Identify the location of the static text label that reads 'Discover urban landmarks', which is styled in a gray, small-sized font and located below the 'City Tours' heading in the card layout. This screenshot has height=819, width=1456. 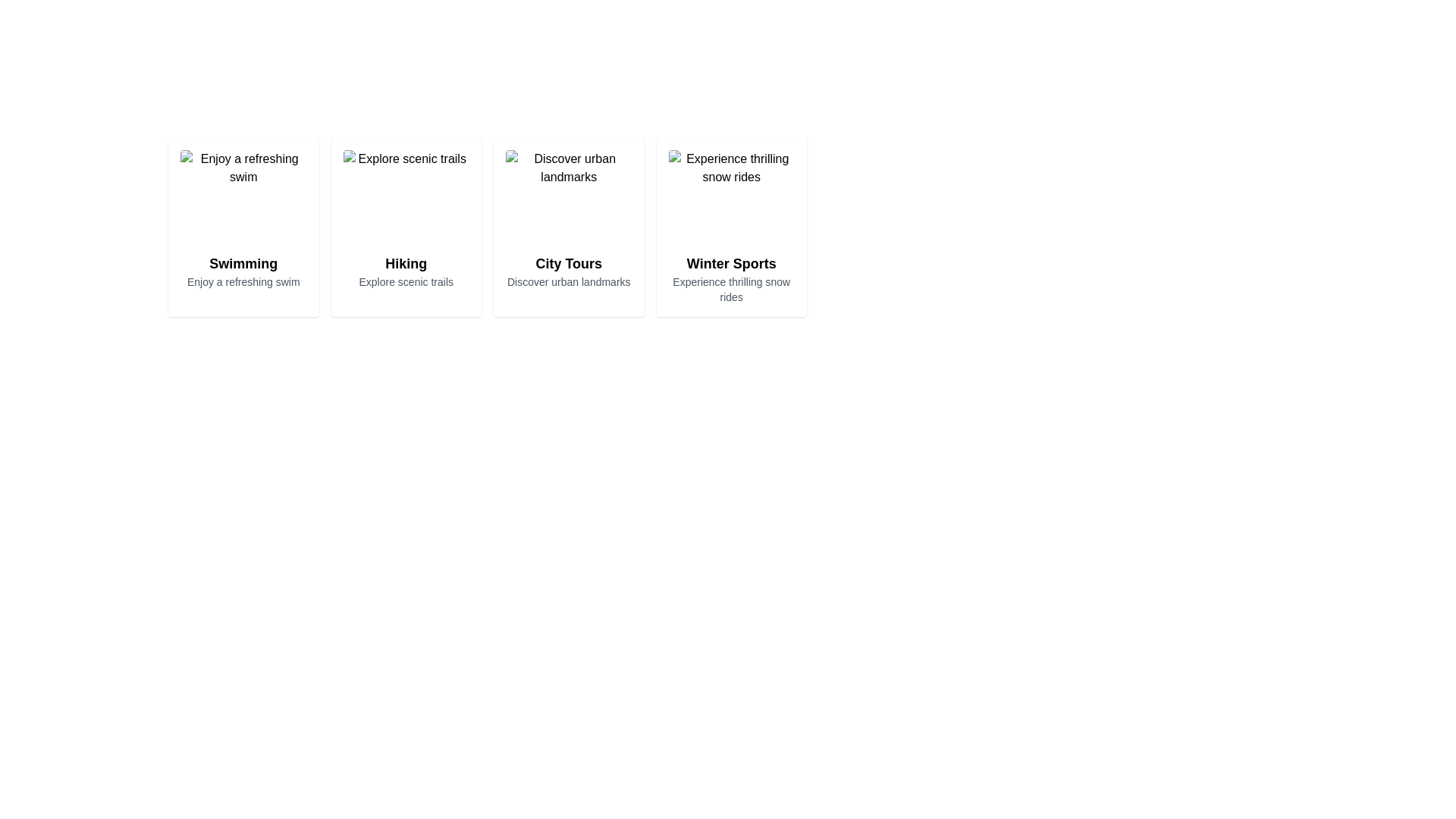
(568, 281).